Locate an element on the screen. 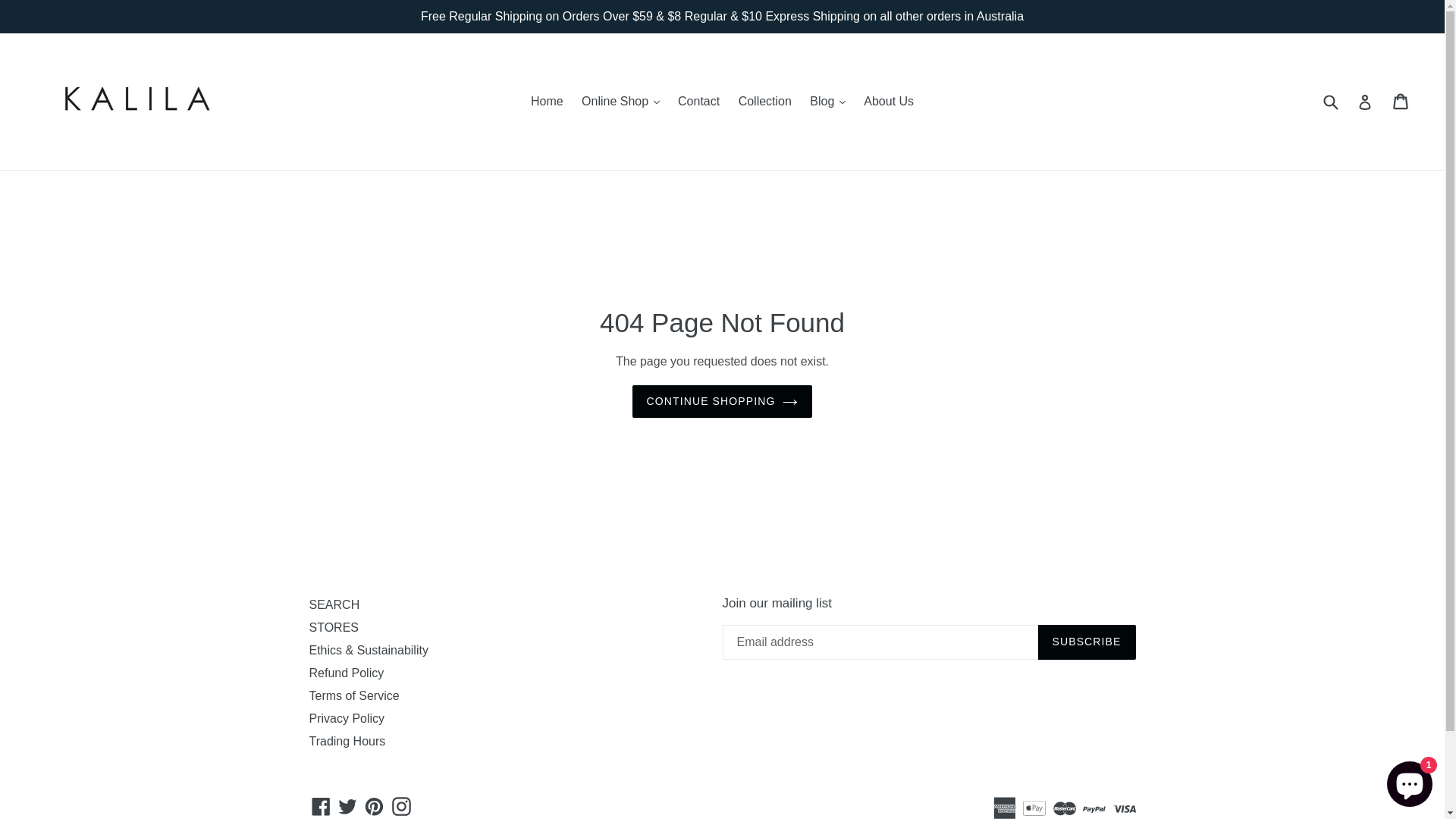 This screenshot has height=819, width=1456. 'SUBSCRIBE' is located at coordinates (1085, 642).